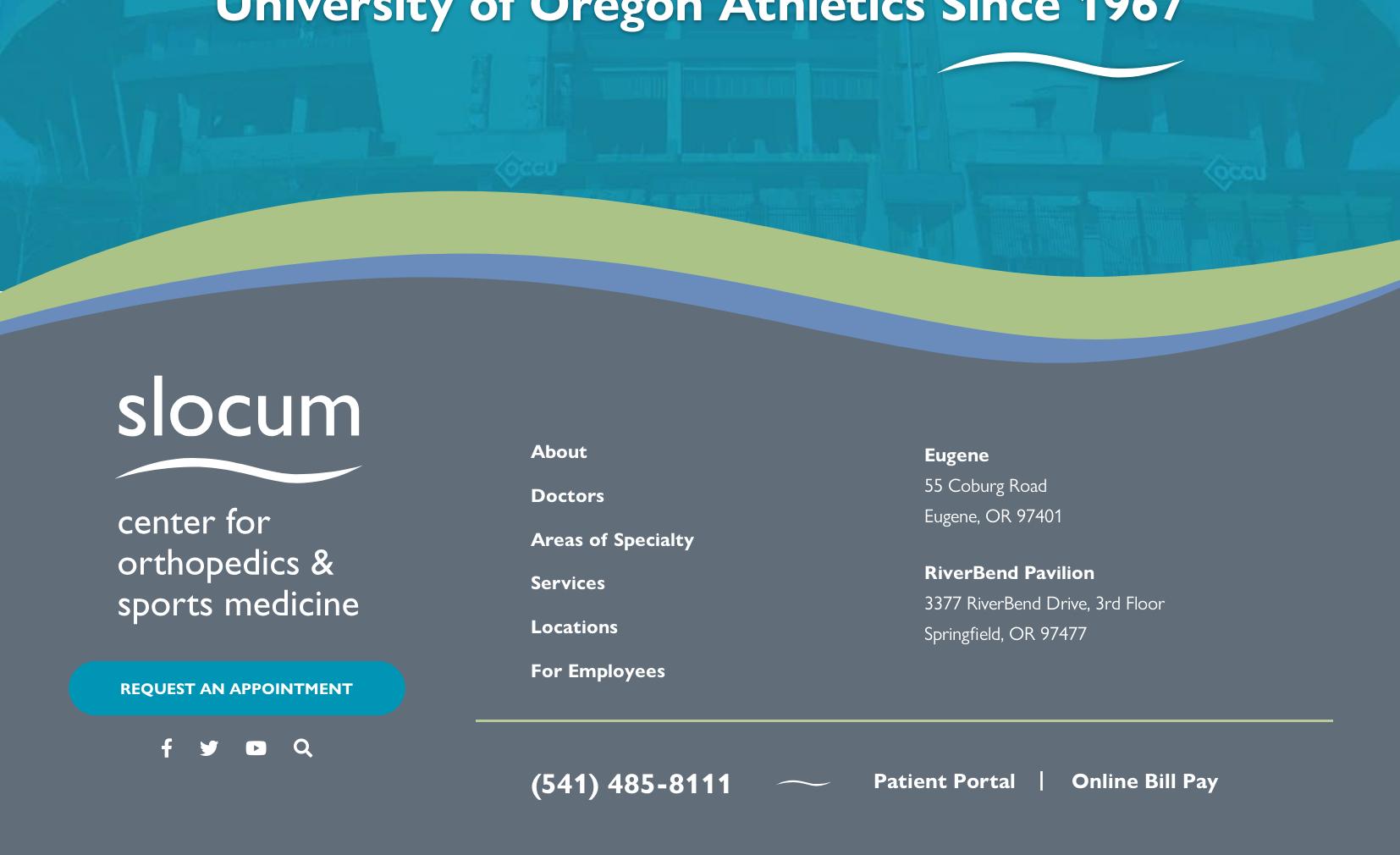  What do you see at coordinates (567, 492) in the screenshot?
I see `'Doctors'` at bounding box center [567, 492].